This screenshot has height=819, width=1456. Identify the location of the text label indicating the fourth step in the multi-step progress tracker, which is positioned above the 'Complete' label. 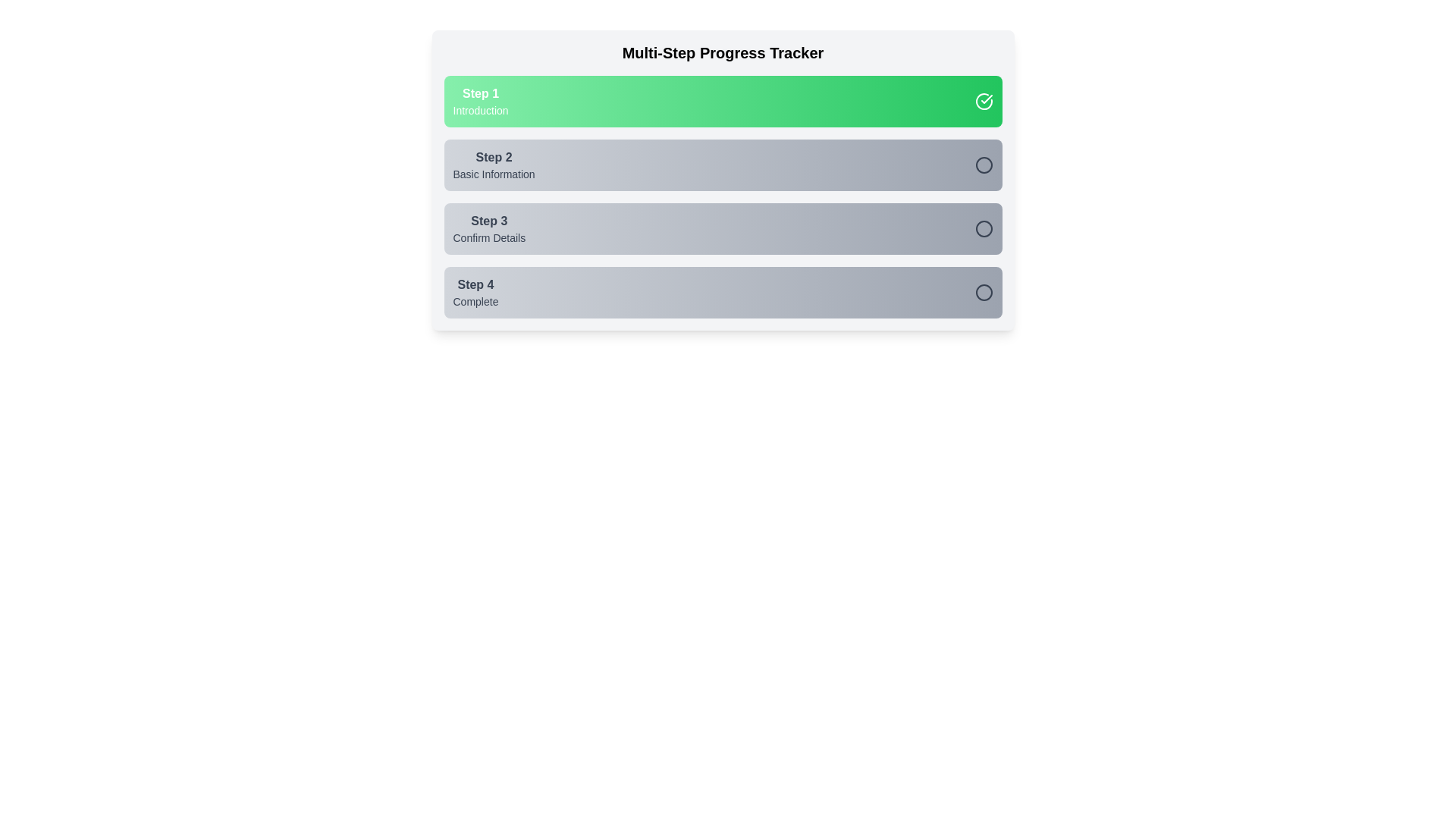
(475, 284).